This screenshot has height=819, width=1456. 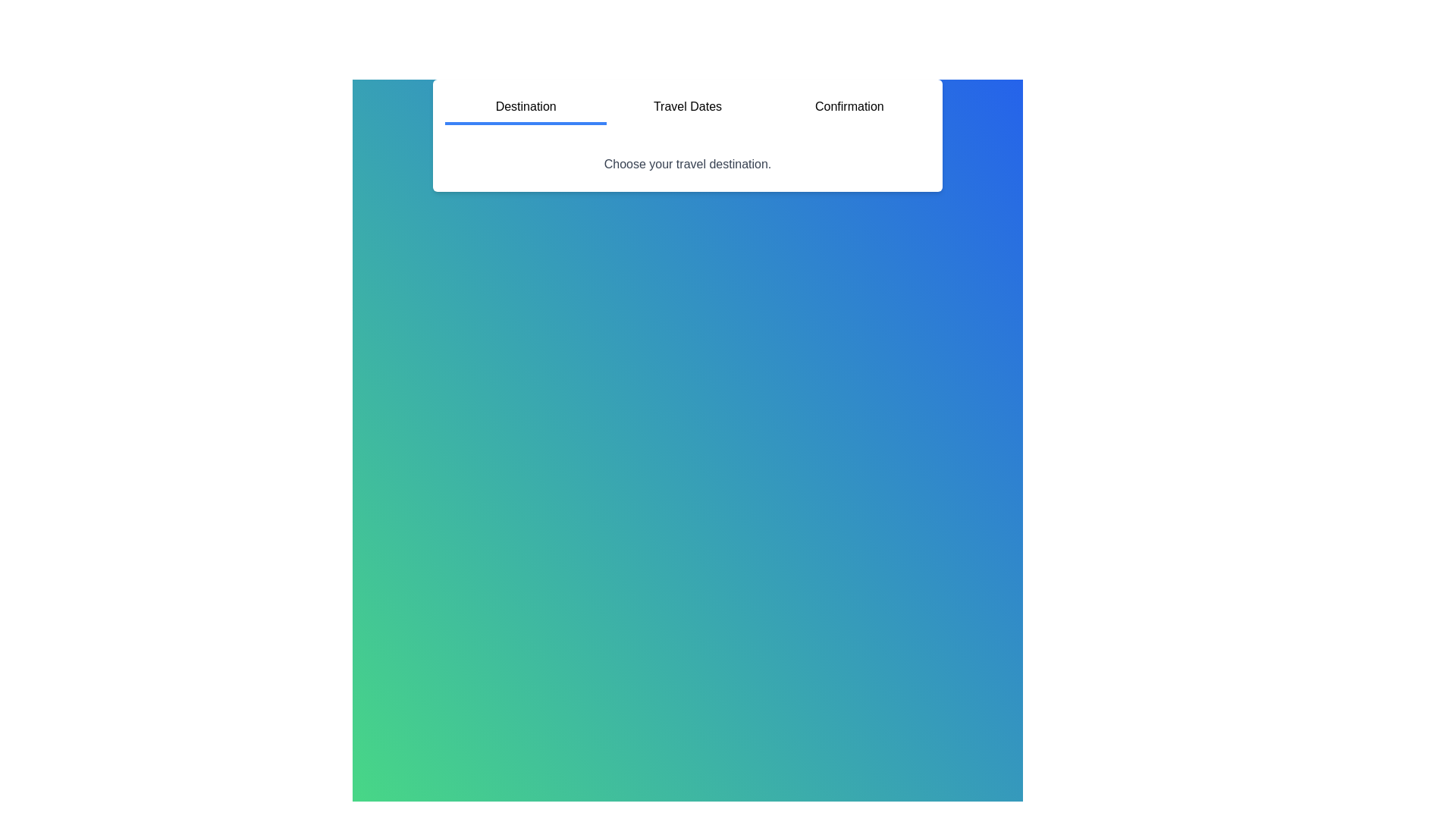 What do you see at coordinates (526, 107) in the screenshot?
I see `the 'Destination' tab` at bounding box center [526, 107].